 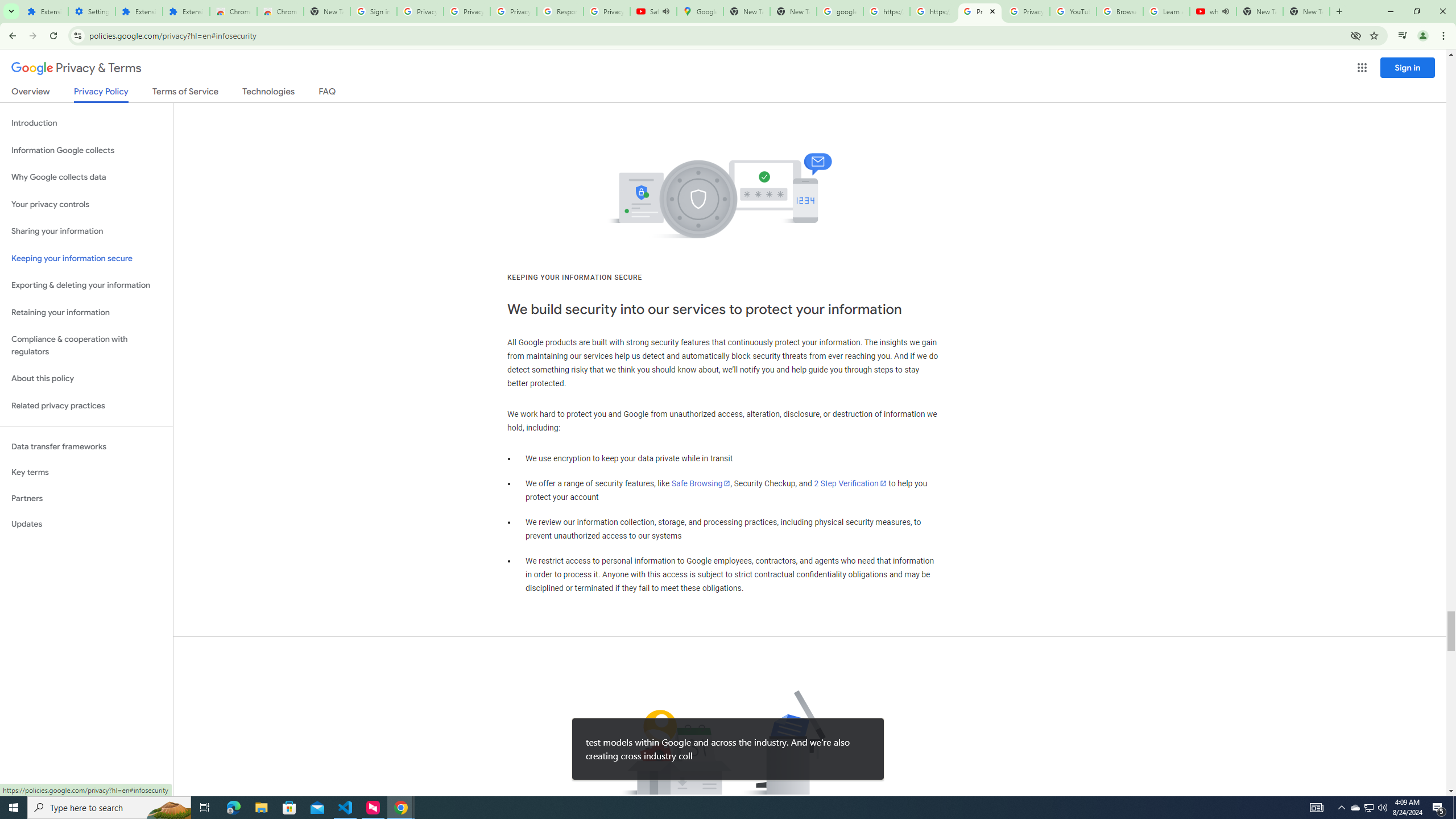 I want to click on 'Retaining your information', so click(x=86, y=312).